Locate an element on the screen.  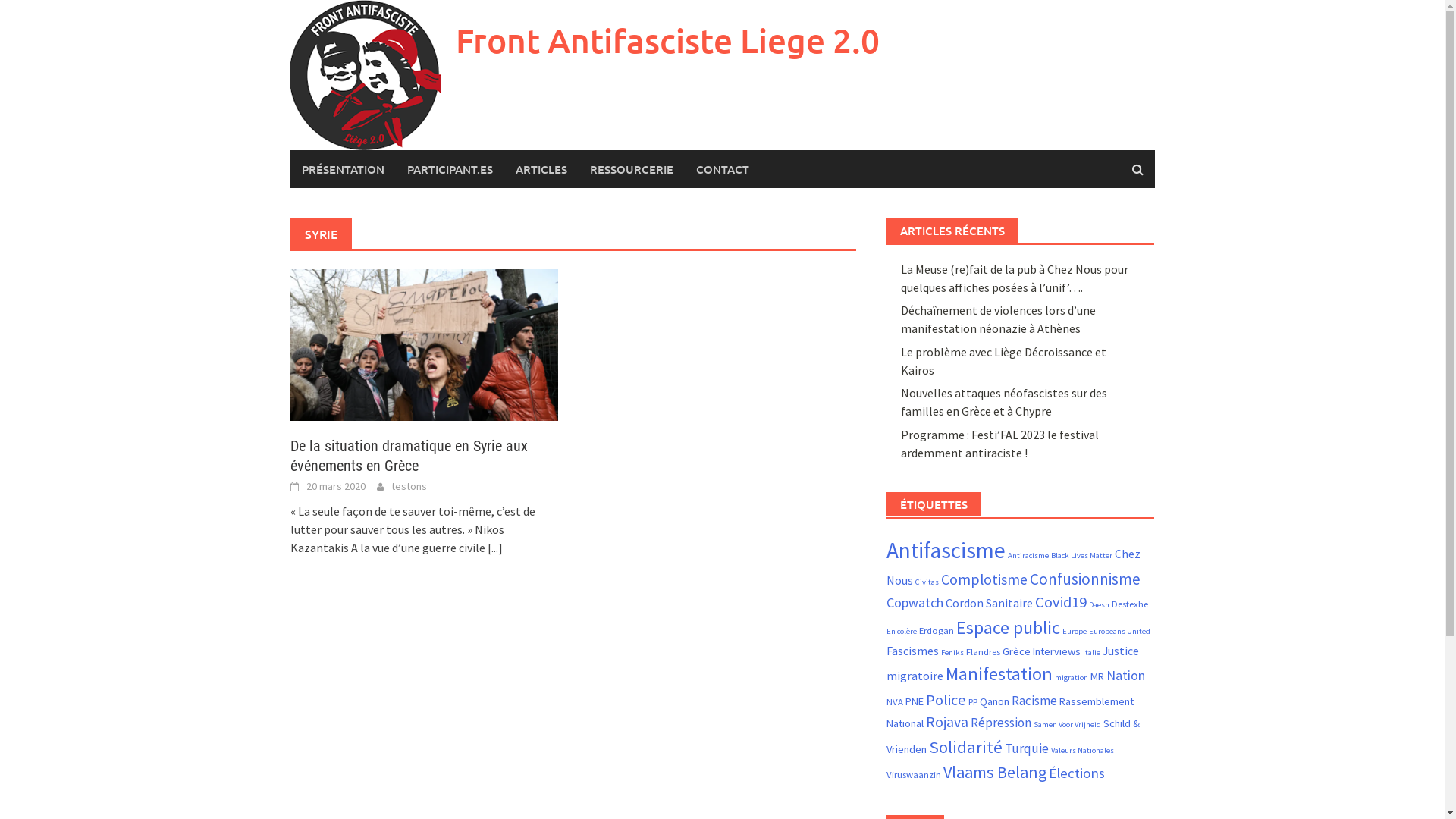
'Chez Nous' is located at coordinates (1013, 566).